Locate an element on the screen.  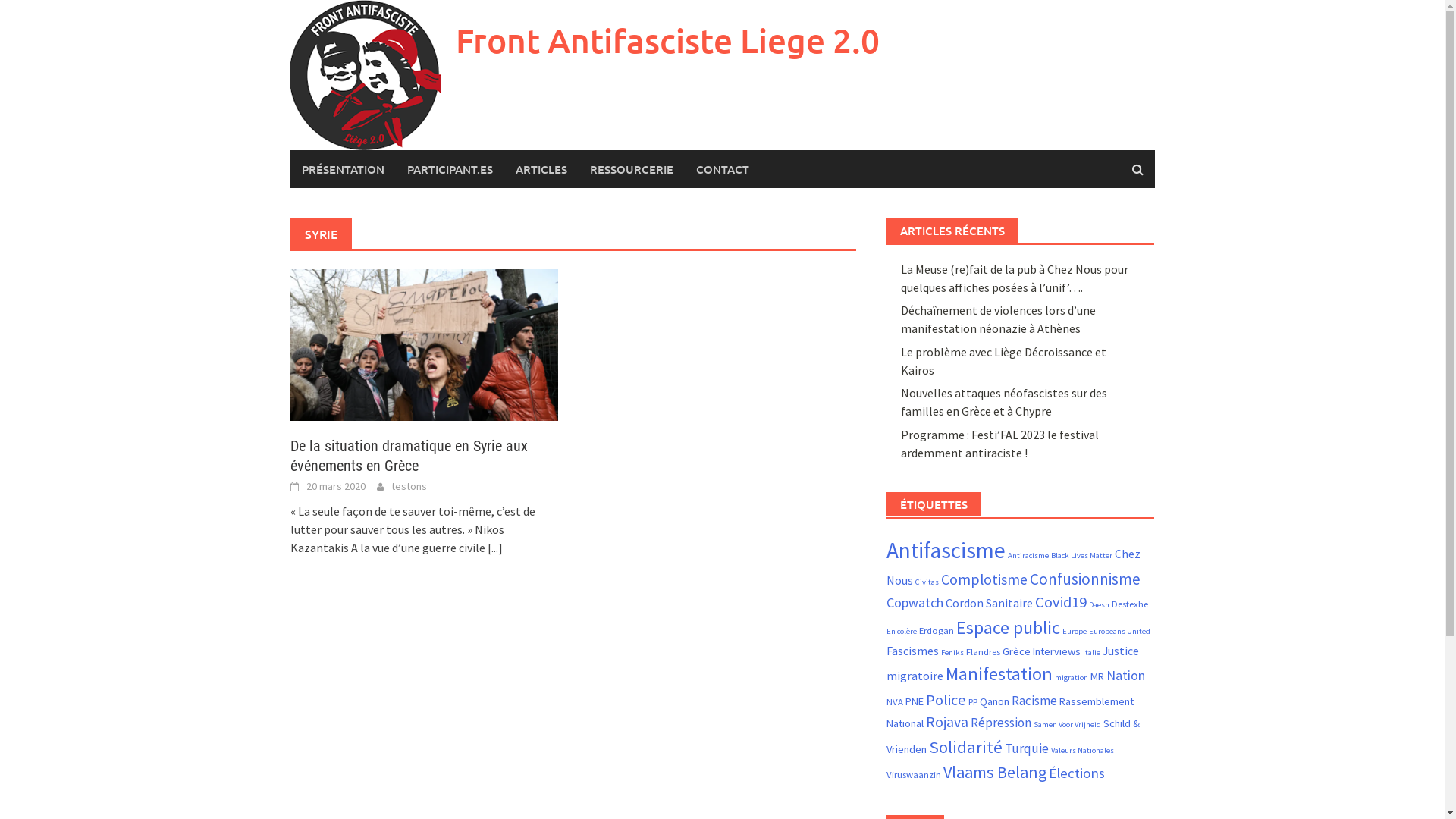
'Chez Nous' is located at coordinates (1013, 566).